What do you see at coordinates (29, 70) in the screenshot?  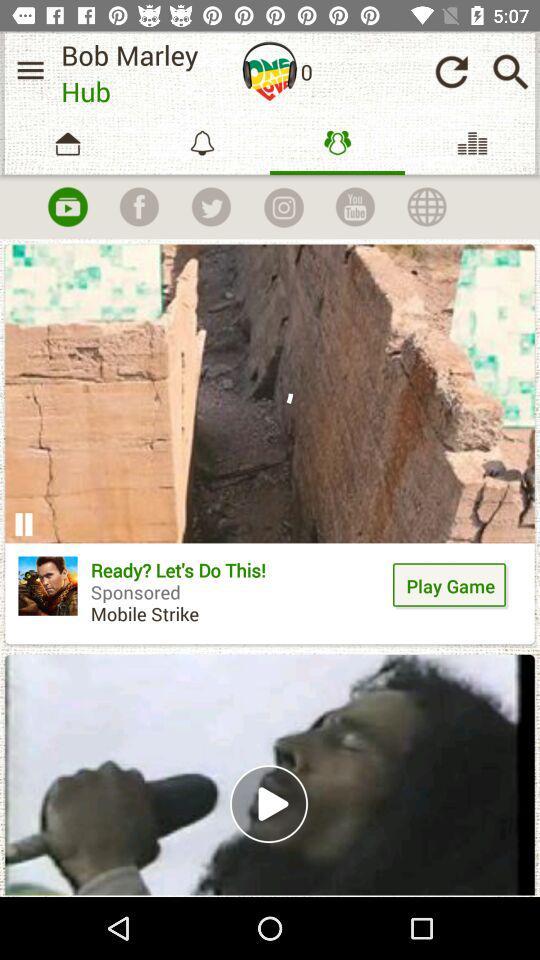 I see `main menu` at bounding box center [29, 70].